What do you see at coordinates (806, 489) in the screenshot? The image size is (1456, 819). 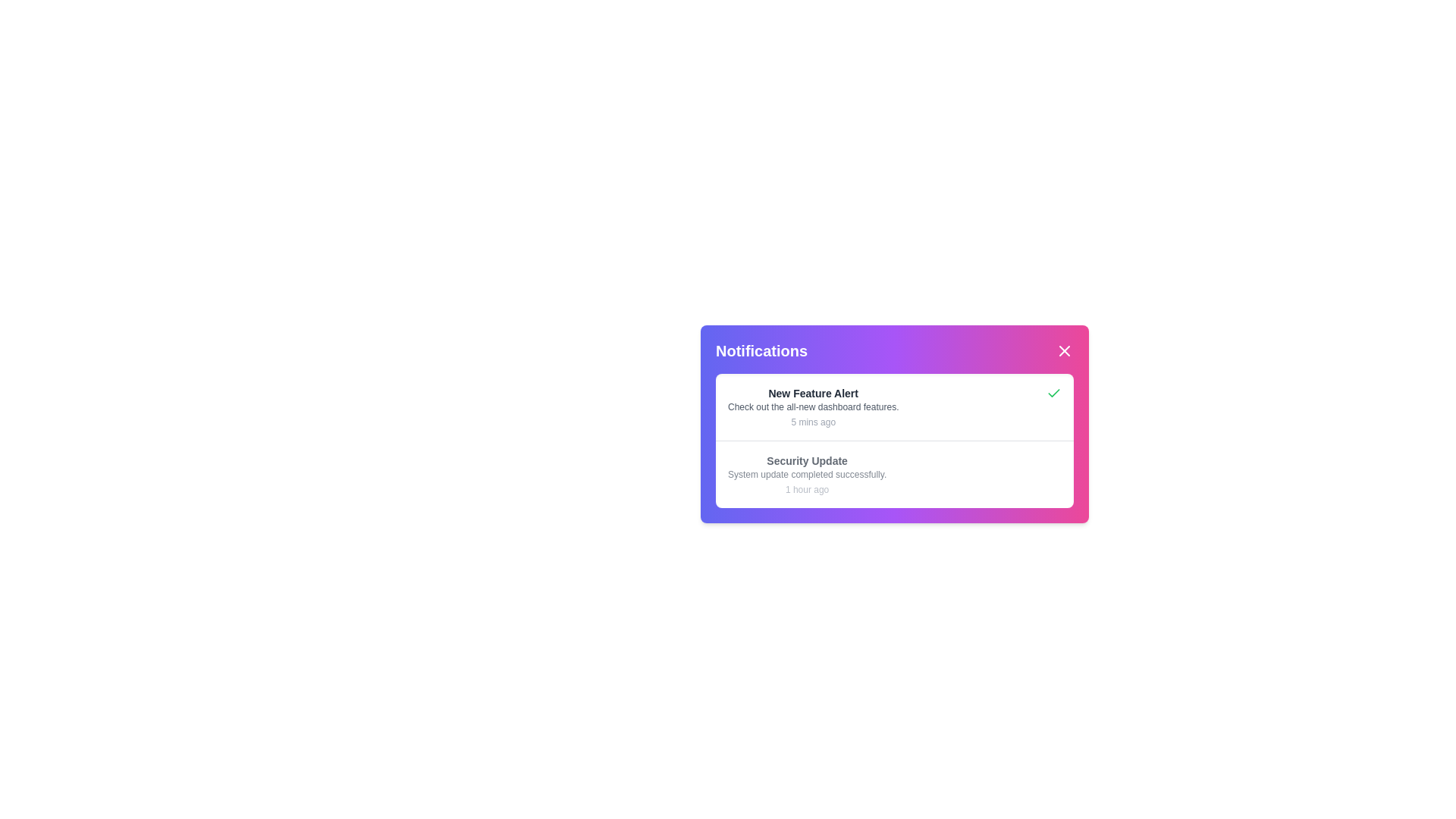 I see `the text element displaying '1 hour ago', which is aligned to the left and located underneath 'System update completed successfully.'` at bounding box center [806, 489].